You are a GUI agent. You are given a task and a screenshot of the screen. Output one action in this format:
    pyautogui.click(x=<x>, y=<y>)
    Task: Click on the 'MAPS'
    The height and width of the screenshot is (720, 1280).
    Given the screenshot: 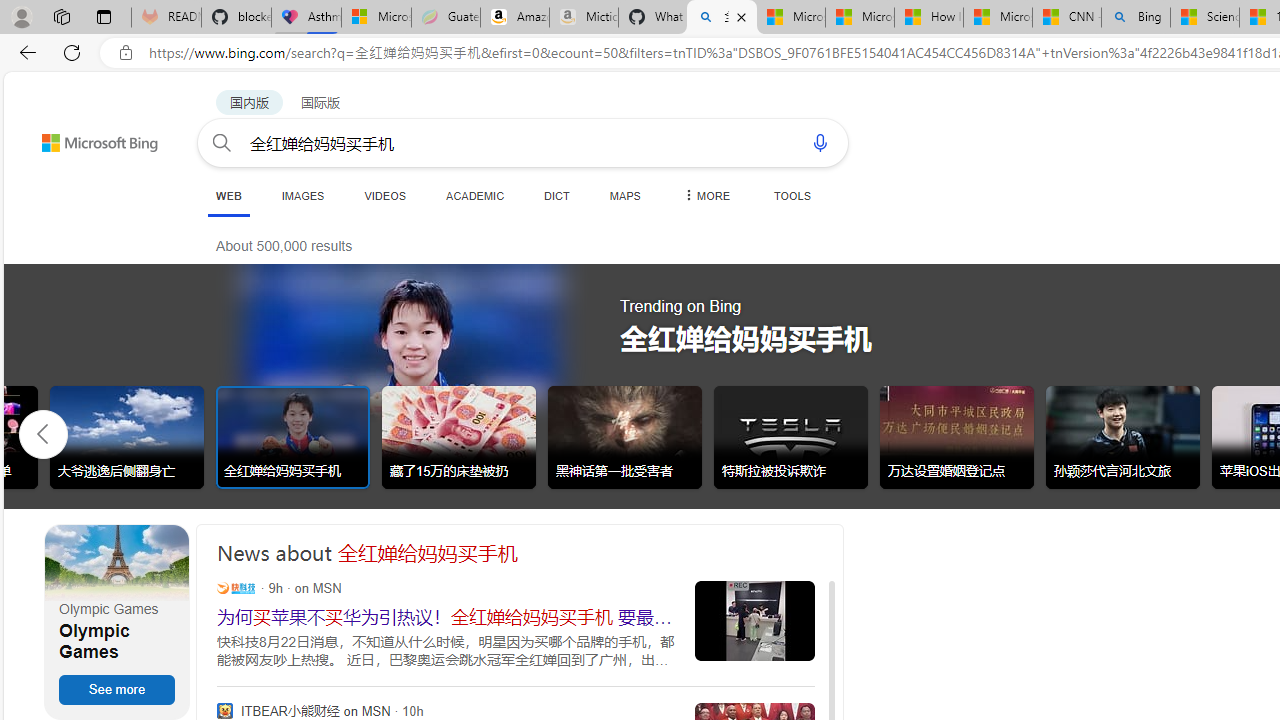 What is the action you would take?
    pyautogui.click(x=624, y=195)
    